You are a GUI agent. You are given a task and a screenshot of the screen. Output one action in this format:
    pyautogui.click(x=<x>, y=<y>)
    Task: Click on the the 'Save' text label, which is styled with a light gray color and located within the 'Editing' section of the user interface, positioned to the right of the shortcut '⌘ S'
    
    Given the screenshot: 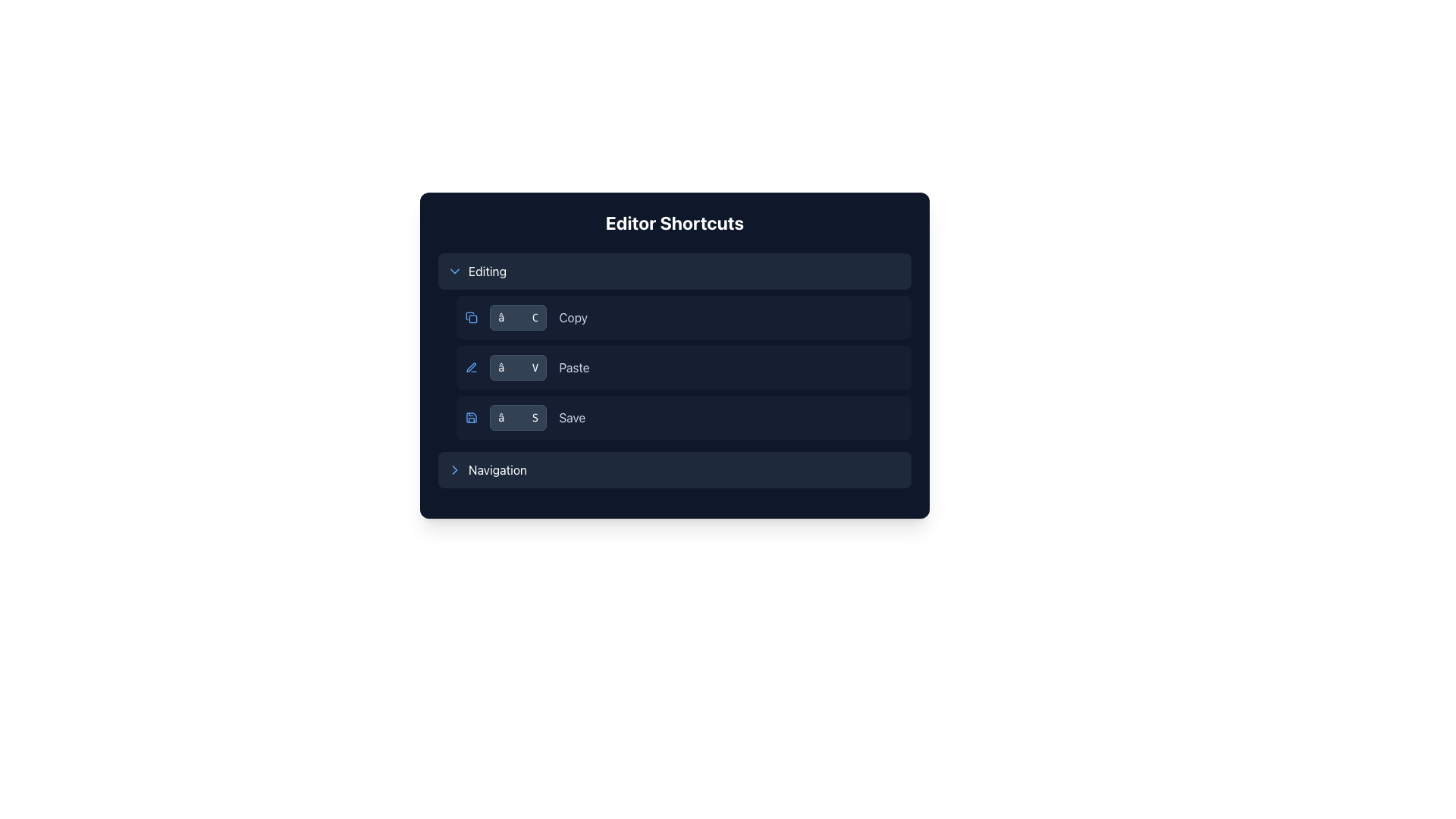 What is the action you would take?
    pyautogui.click(x=571, y=418)
    